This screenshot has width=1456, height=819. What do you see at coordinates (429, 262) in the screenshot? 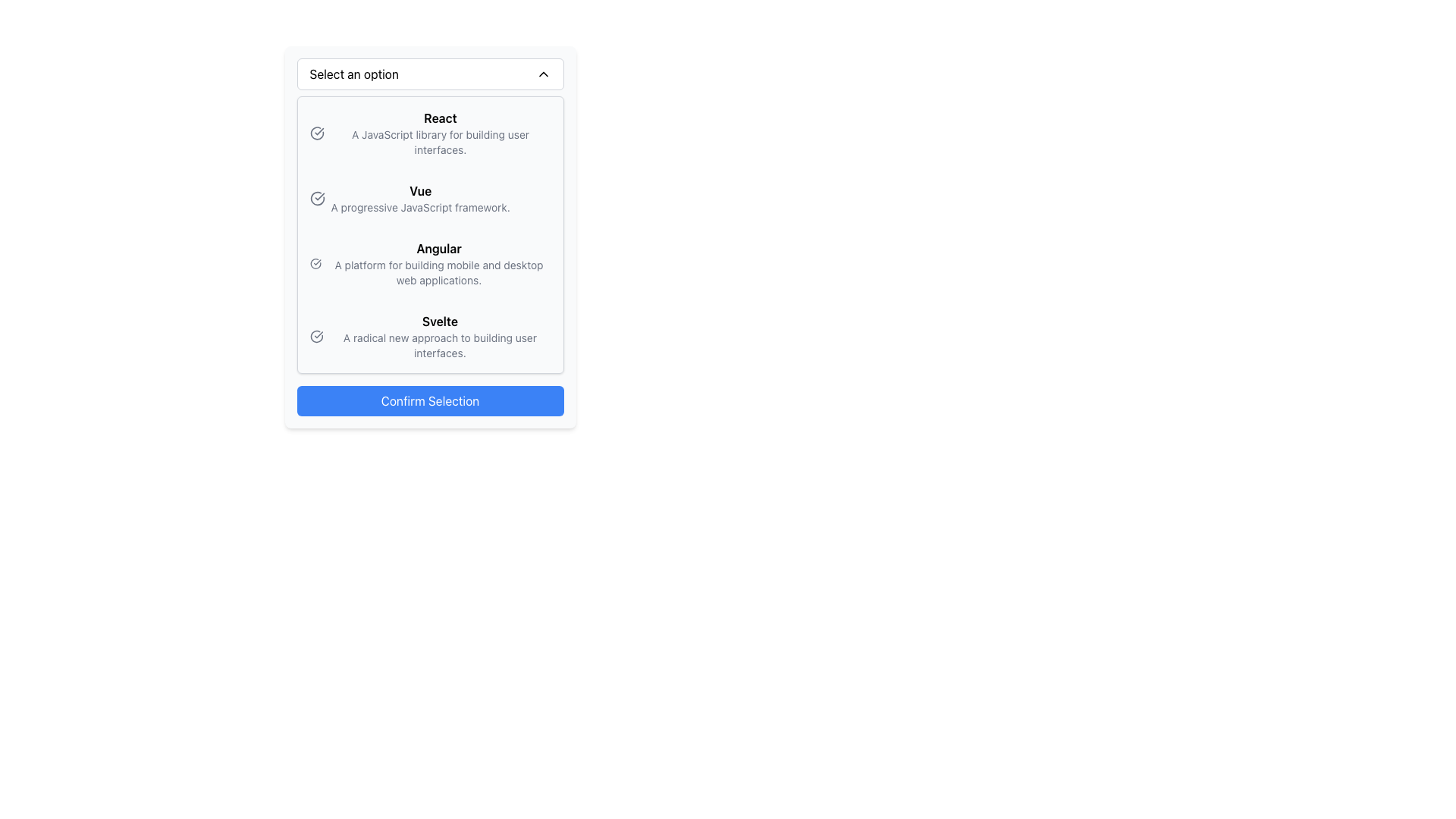
I see `the third option` at bounding box center [429, 262].